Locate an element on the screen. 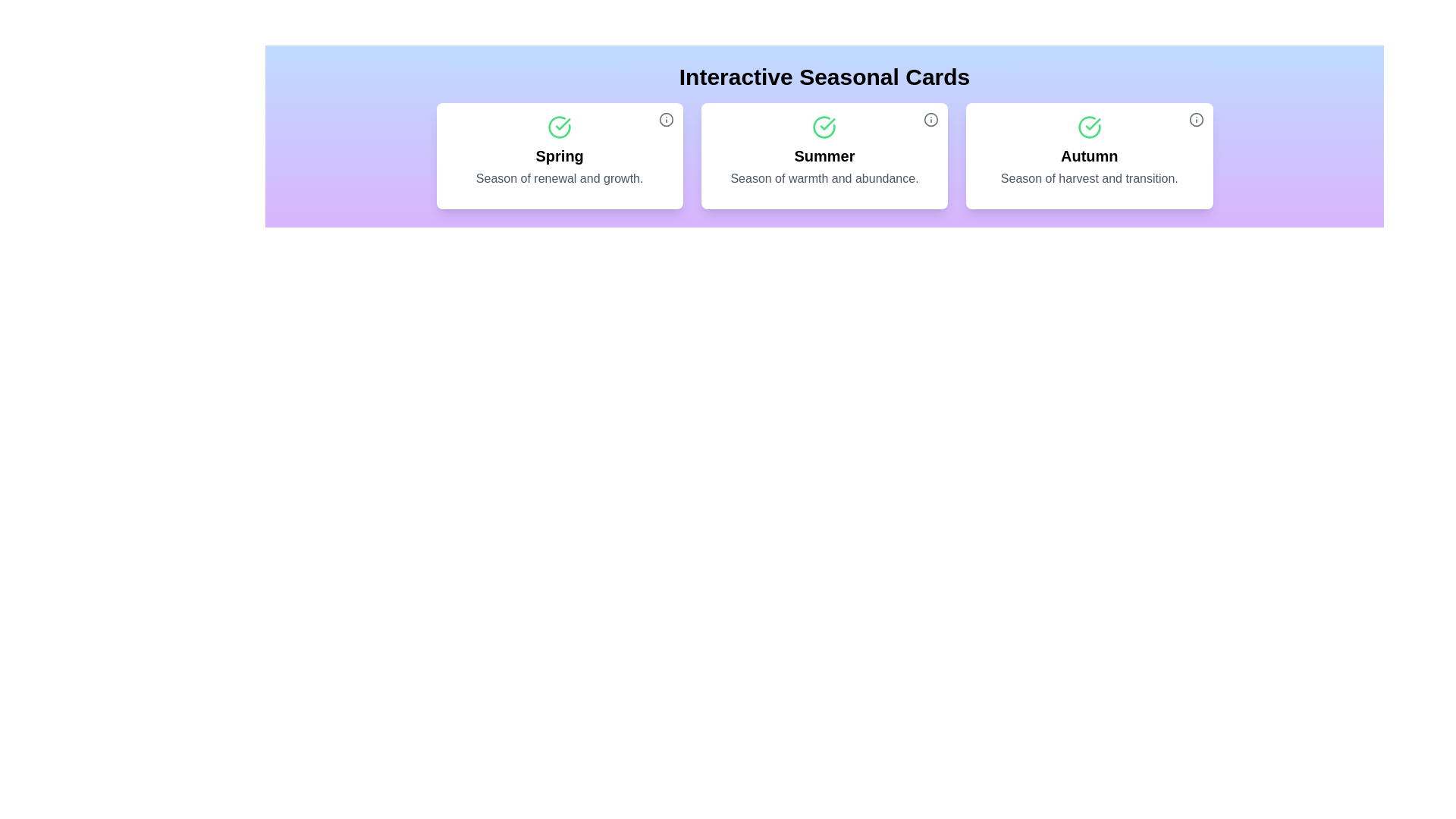 The width and height of the screenshot is (1456, 819). the circular gray outlined icon with a minimalistic information symbol located in the top-right corner of the 'Spring' card is located at coordinates (666, 119).